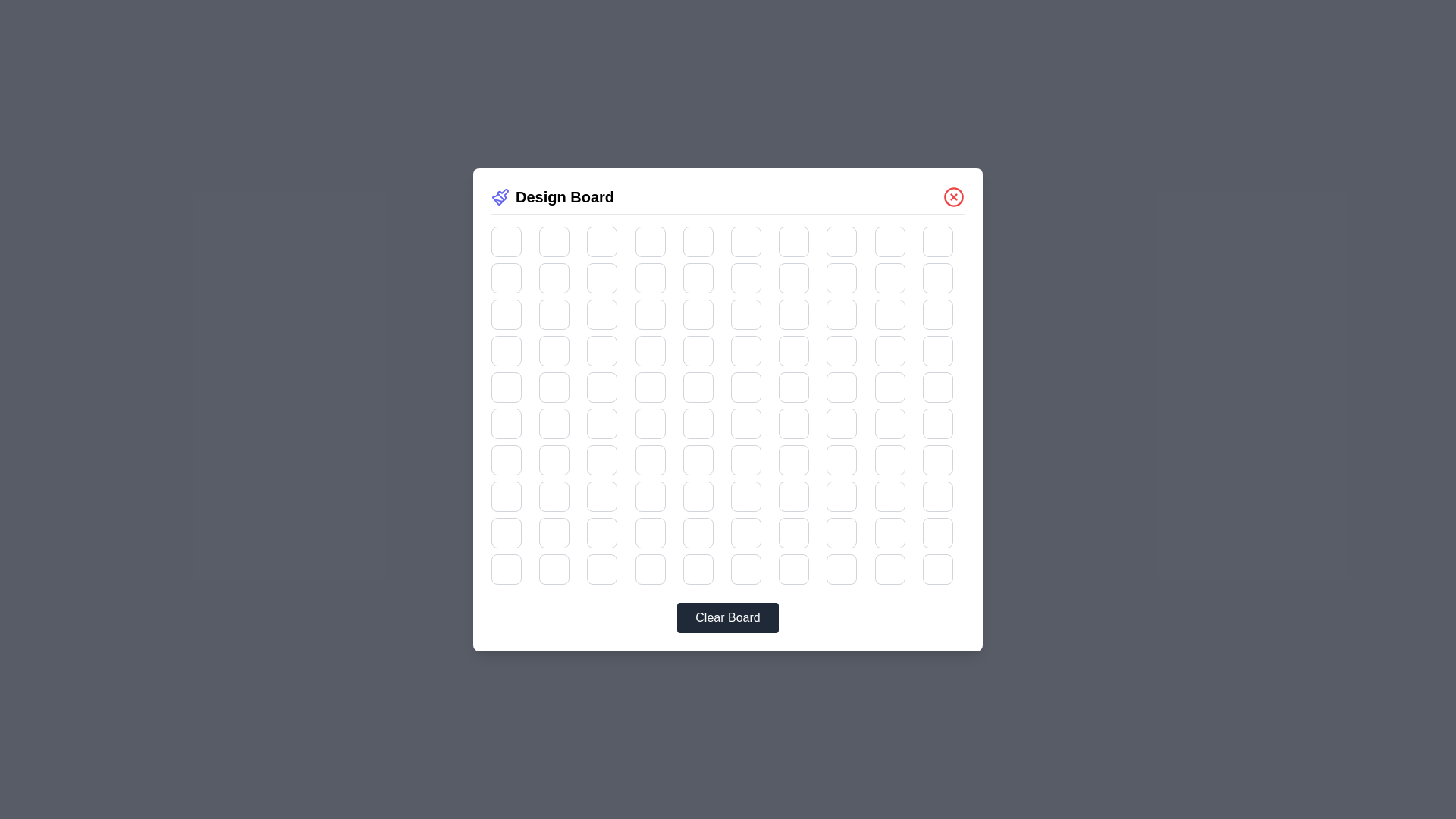 The width and height of the screenshot is (1456, 819). Describe the element at coordinates (728, 617) in the screenshot. I see `'Clear Board' button to reset all cells` at that location.